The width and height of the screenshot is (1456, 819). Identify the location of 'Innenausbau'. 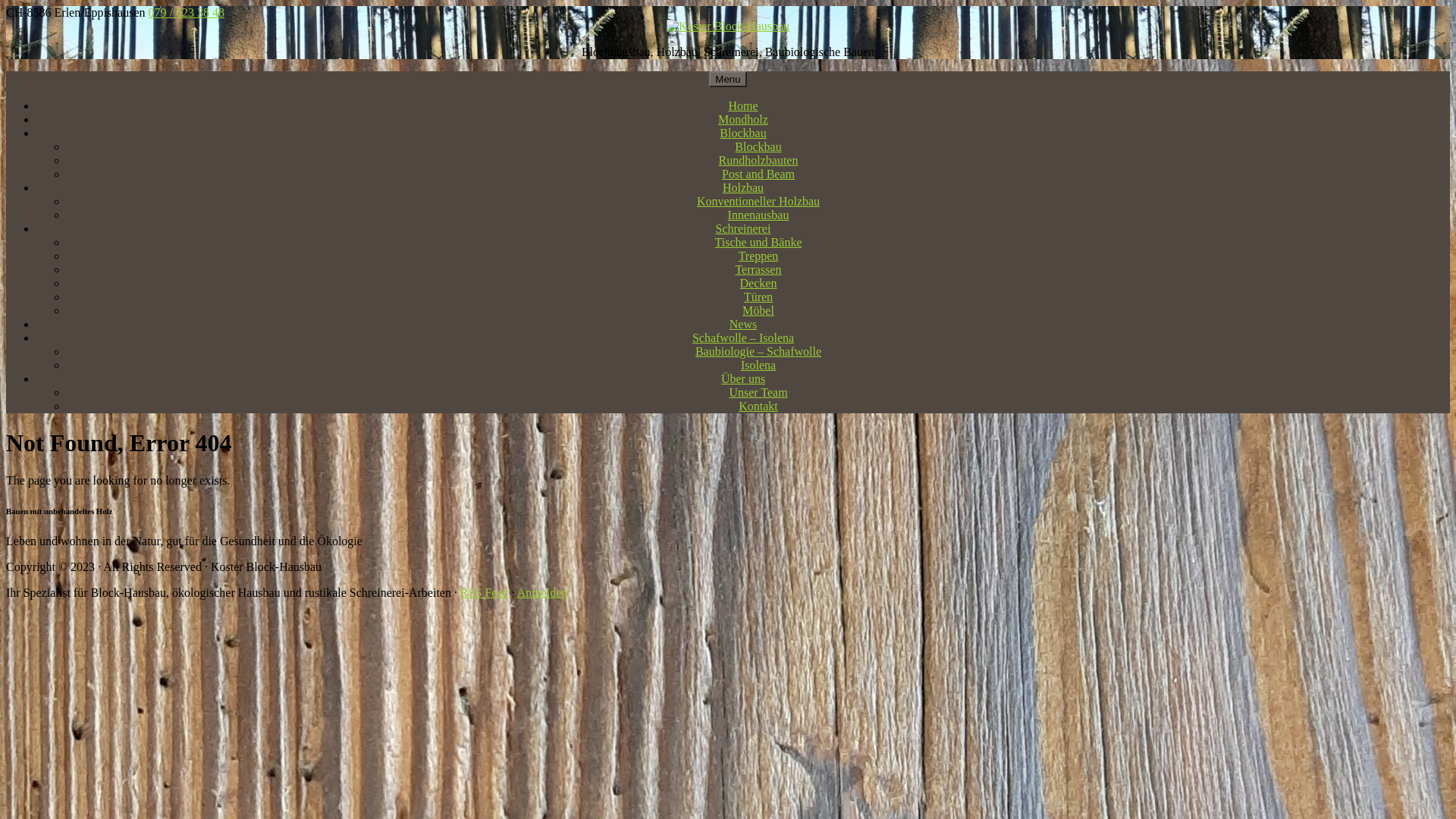
(758, 215).